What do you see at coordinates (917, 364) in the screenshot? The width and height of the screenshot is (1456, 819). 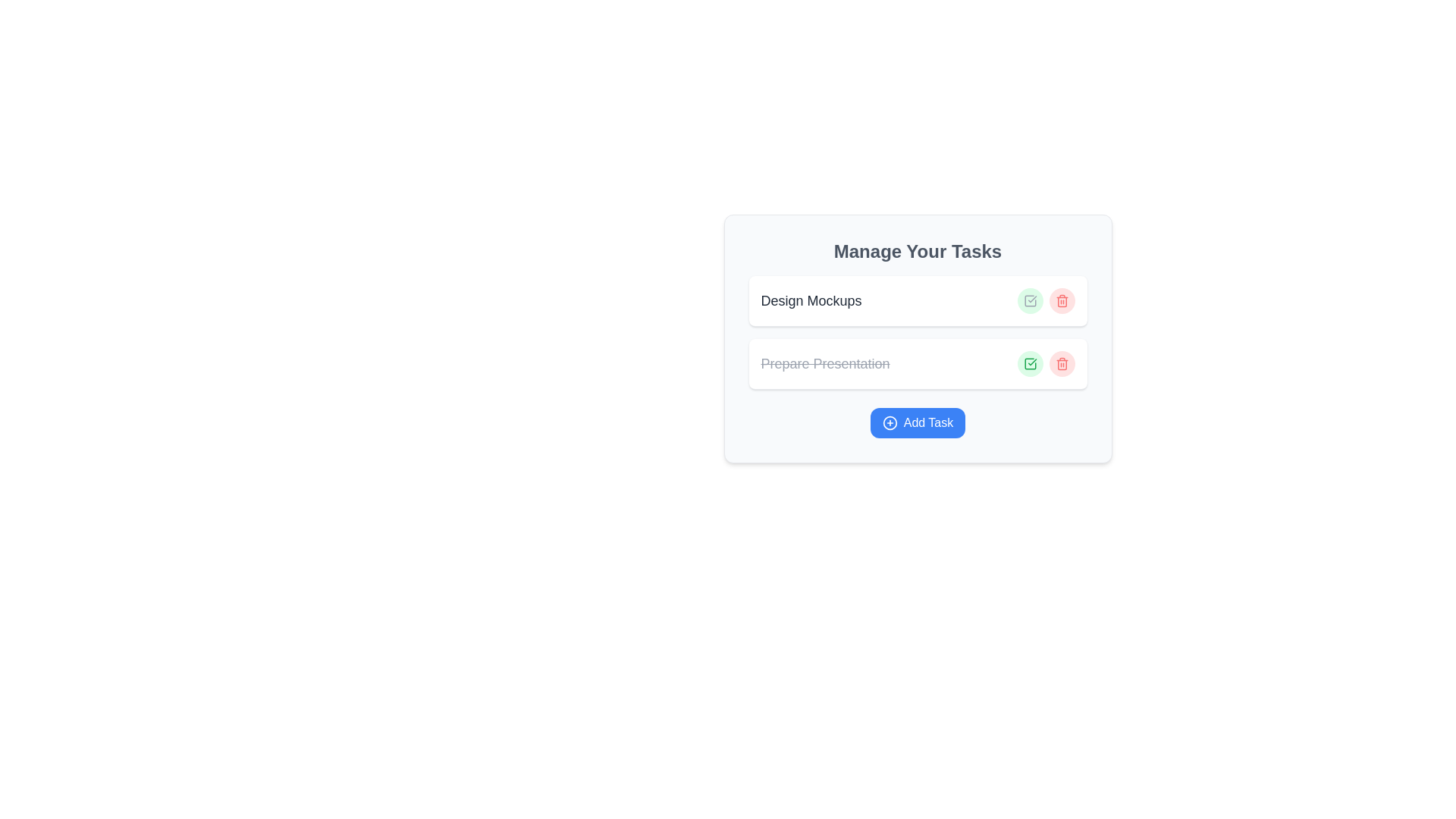 I see `the check button associated with the completed task entry in the task list to mark it as incomplete` at bounding box center [917, 364].